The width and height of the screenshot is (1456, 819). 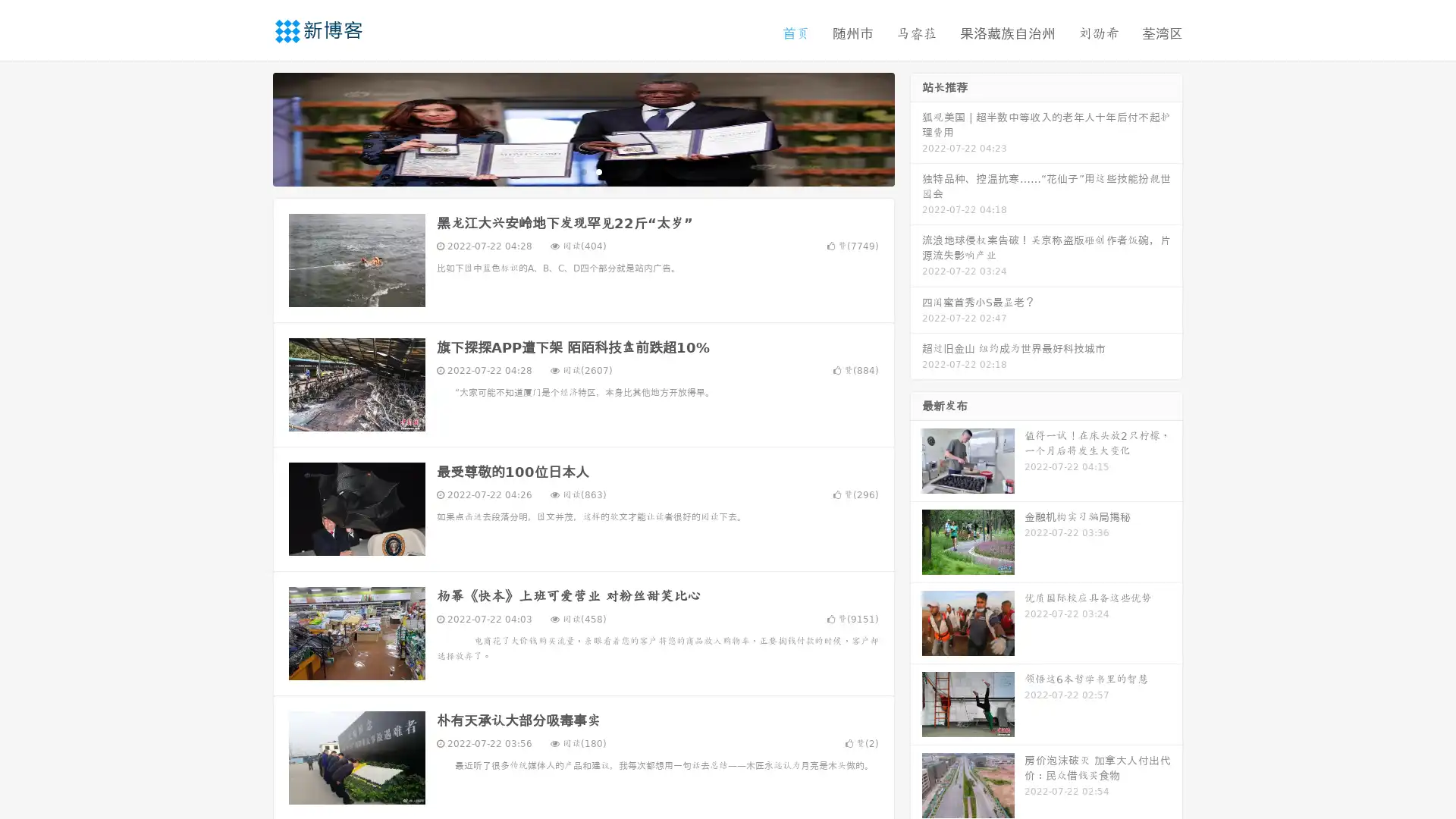 What do you see at coordinates (250, 127) in the screenshot?
I see `Previous slide` at bounding box center [250, 127].